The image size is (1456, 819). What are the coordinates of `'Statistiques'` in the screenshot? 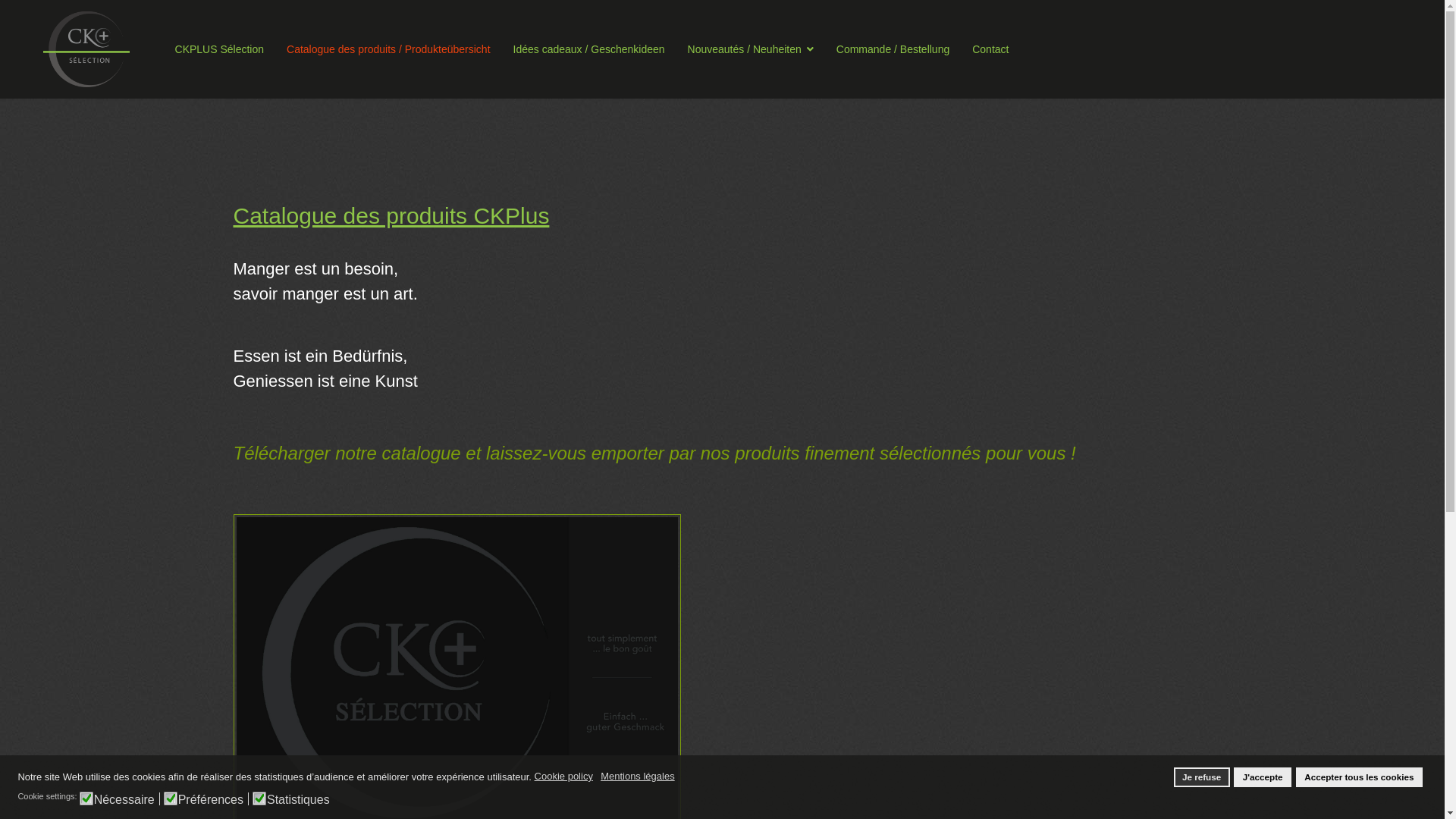 It's located at (266, 797).